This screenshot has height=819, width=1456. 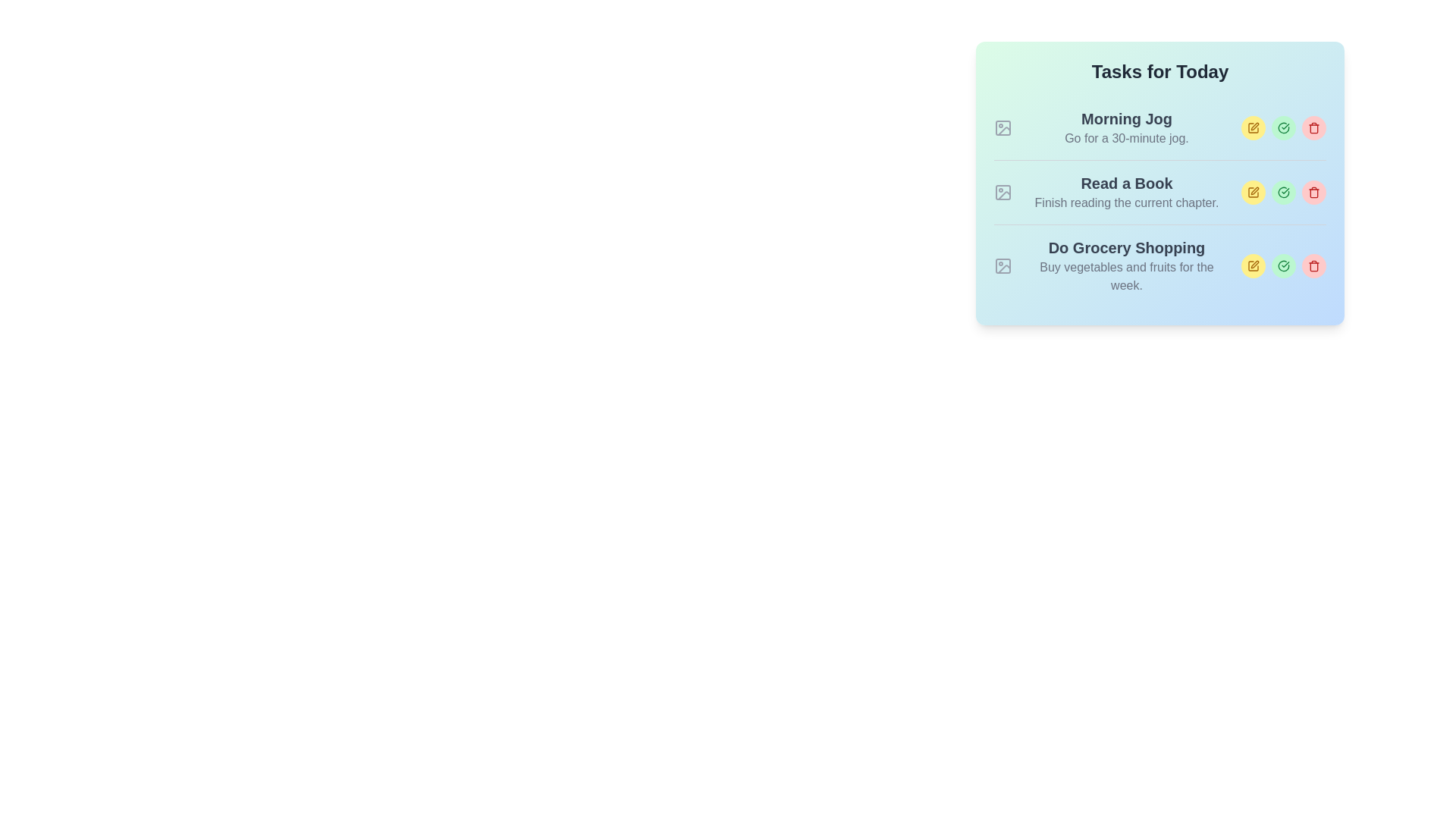 What do you see at coordinates (1253, 192) in the screenshot?
I see `the circular button with a pale yellow background and a pen icon` at bounding box center [1253, 192].